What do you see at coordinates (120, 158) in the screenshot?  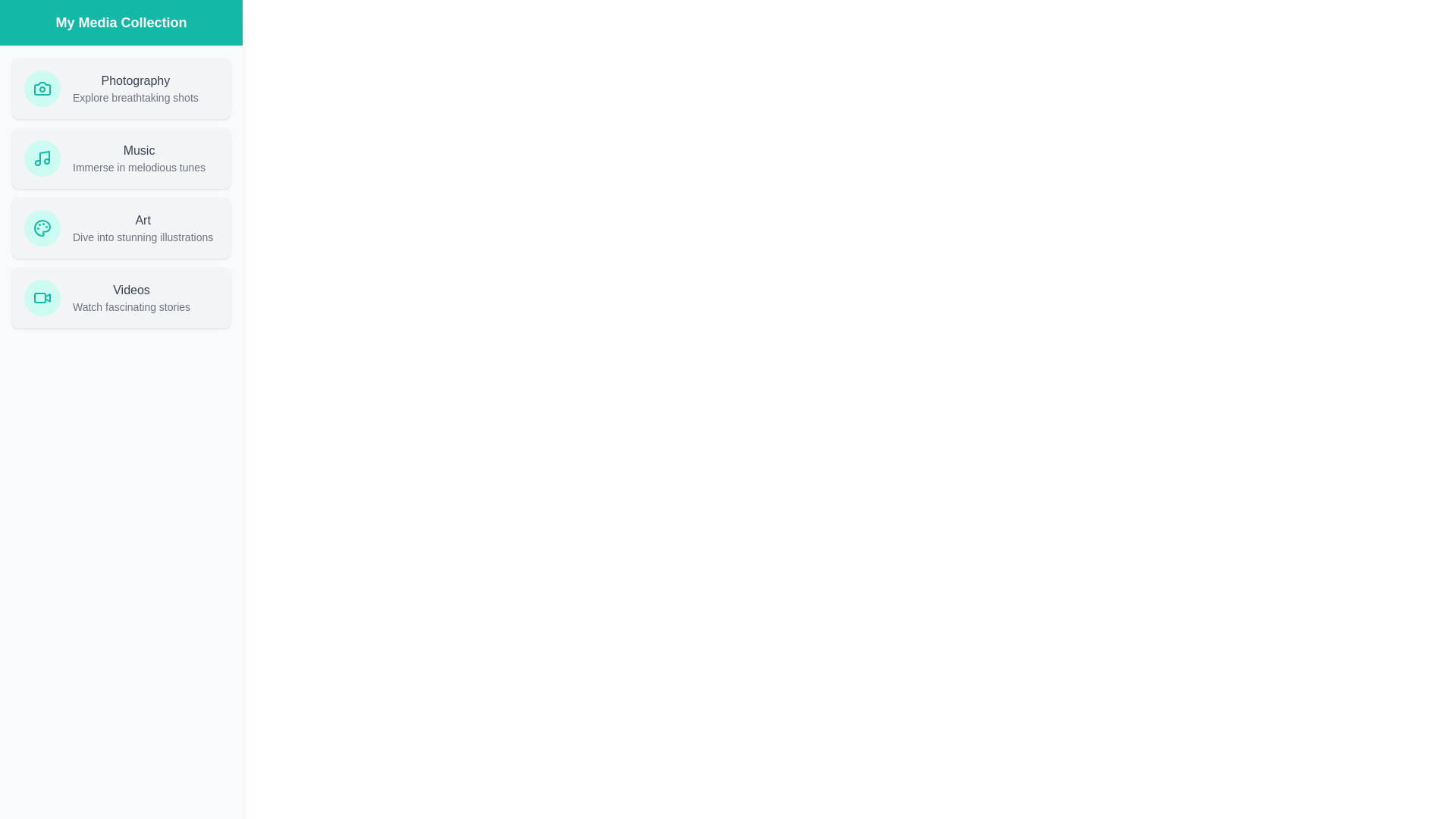 I see `the media item card Music` at bounding box center [120, 158].